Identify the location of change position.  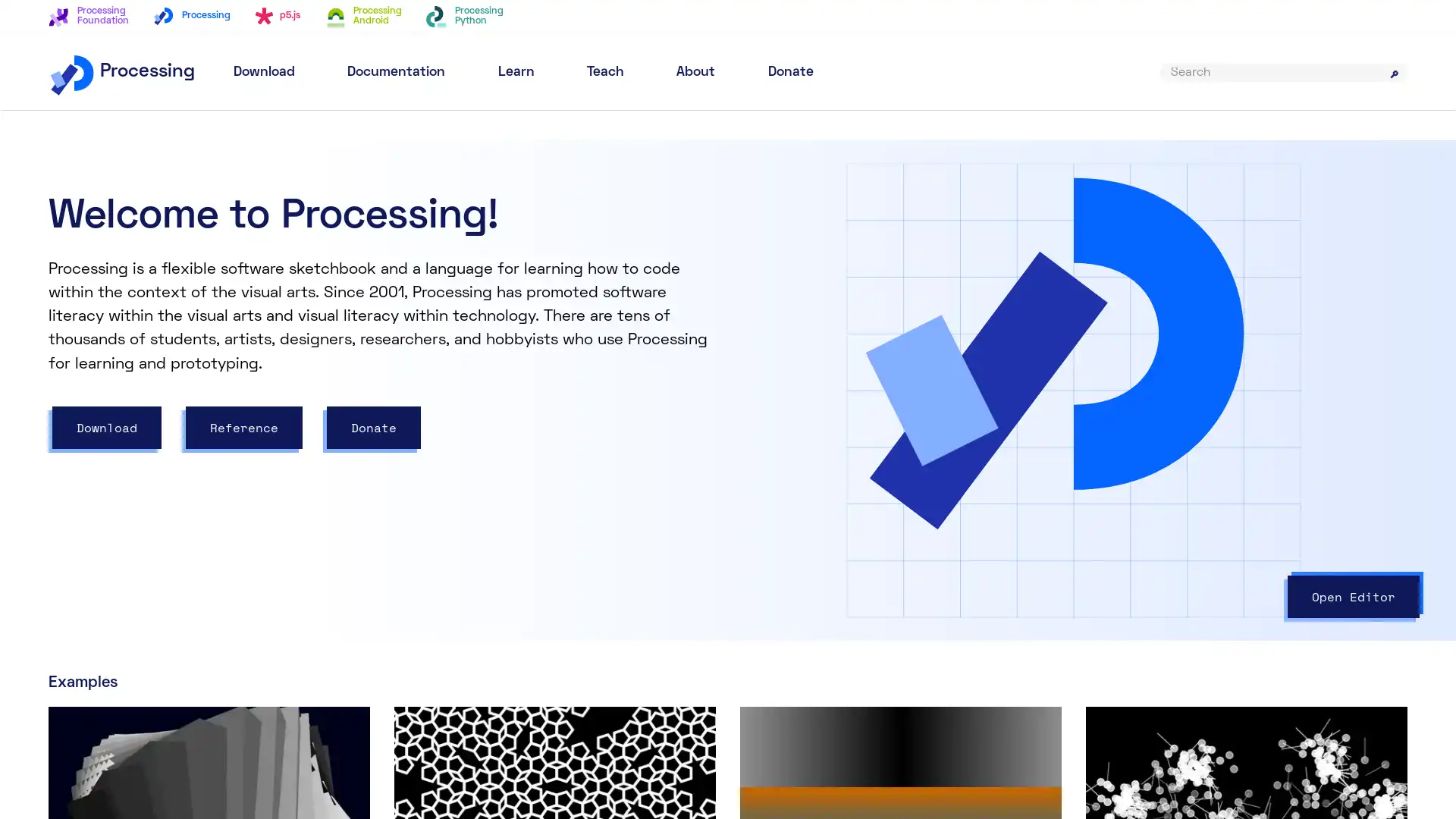
(829, 503).